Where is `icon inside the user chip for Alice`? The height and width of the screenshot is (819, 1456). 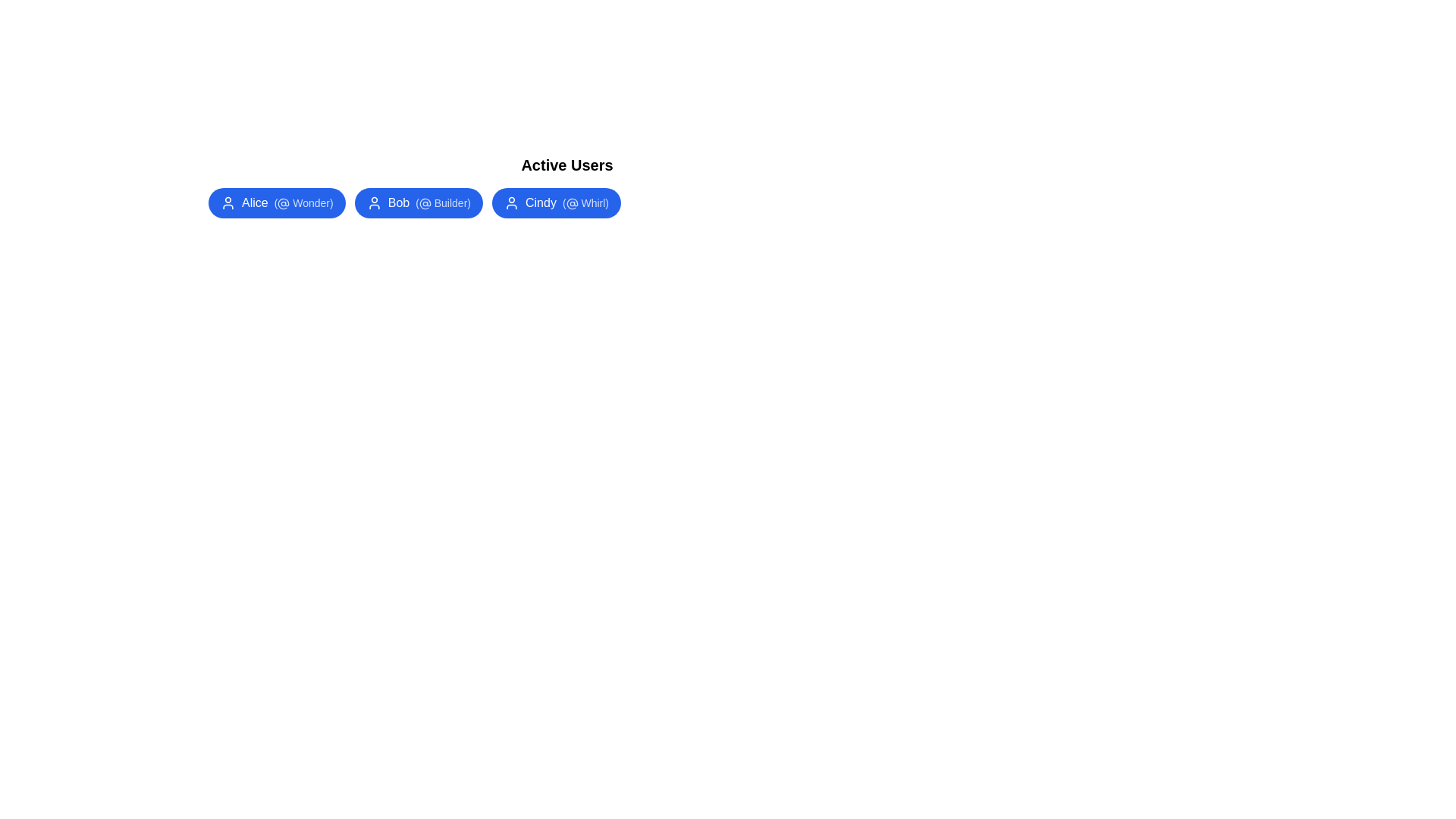
icon inside the user chip for Alice is located at coordinates (227, 202).